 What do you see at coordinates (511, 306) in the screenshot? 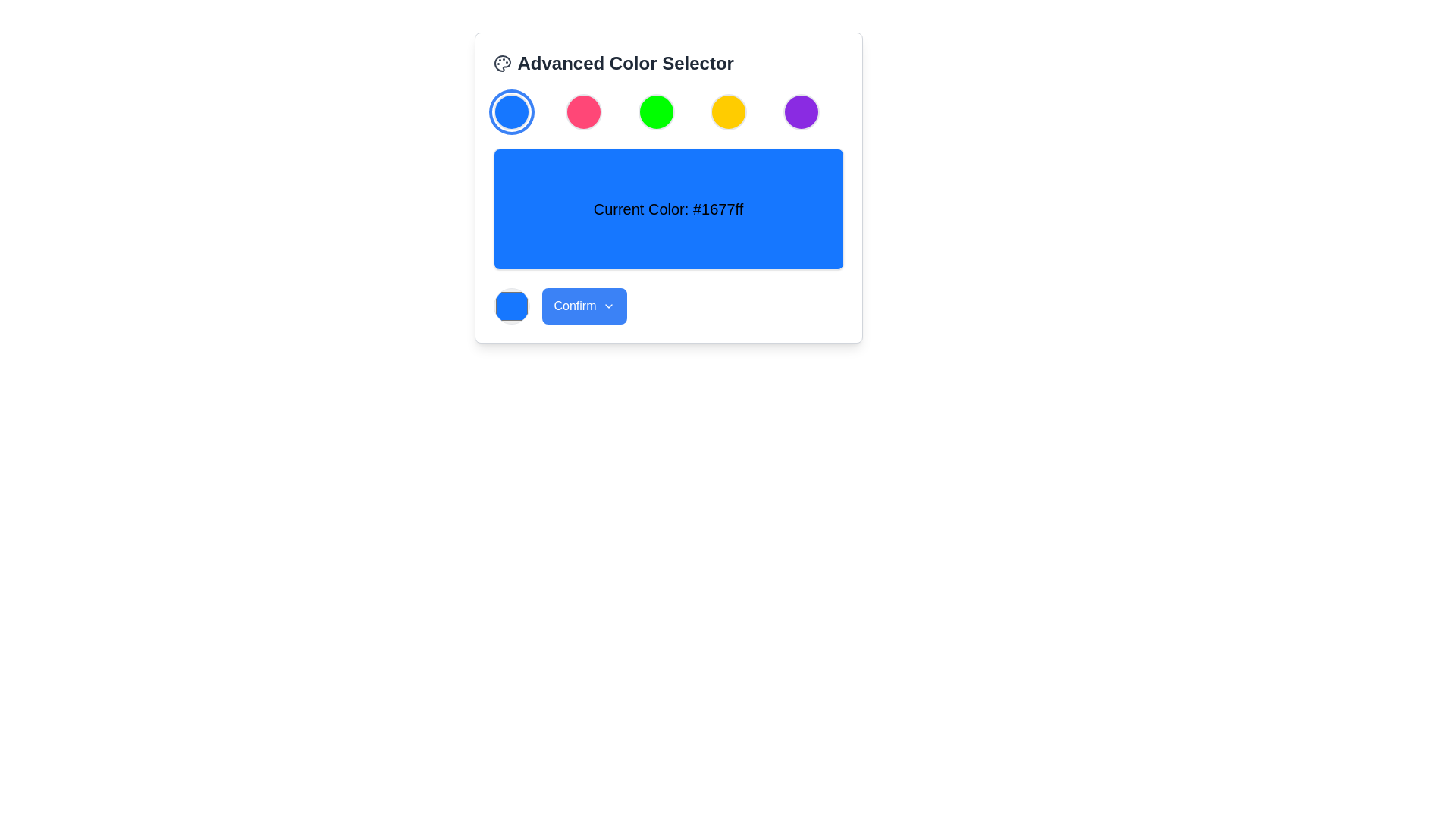
I see `the small, circular blue button located at the bottom left of its grouping` at bounding box center [511, 306].